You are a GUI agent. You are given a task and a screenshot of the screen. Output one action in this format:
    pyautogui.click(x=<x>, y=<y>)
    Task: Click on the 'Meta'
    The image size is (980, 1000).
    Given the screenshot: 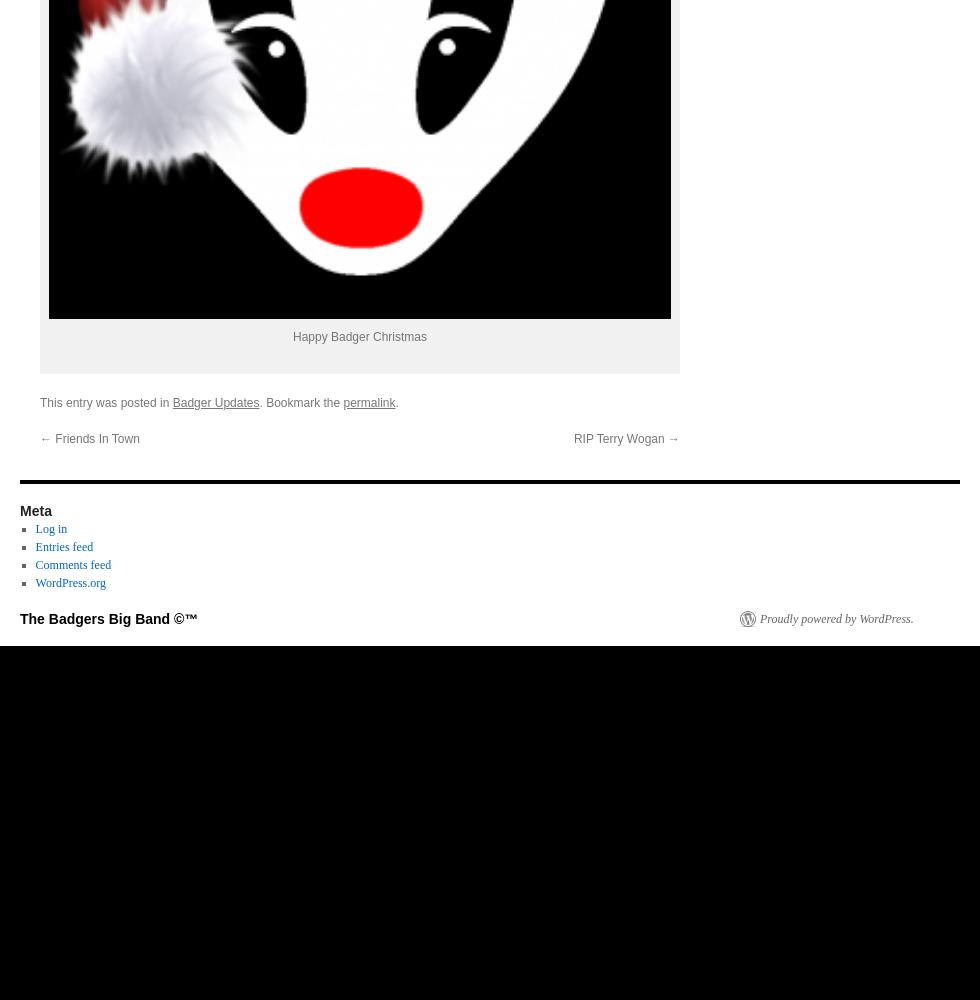 What is the action you would take?
    pyautogui.click(x=19, y=510)
    